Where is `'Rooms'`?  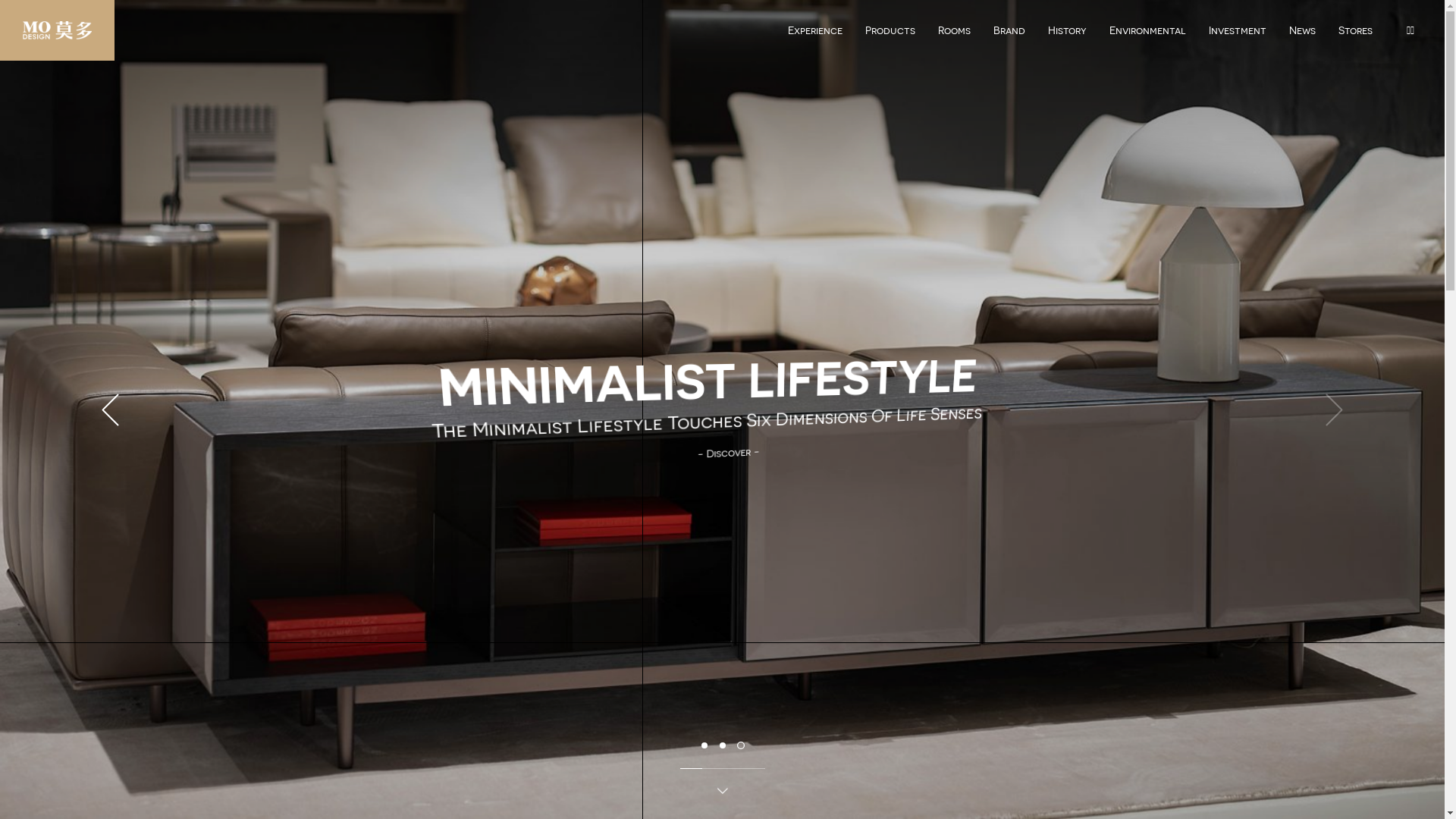
'Rooms' is located at coordinates (953, 25).